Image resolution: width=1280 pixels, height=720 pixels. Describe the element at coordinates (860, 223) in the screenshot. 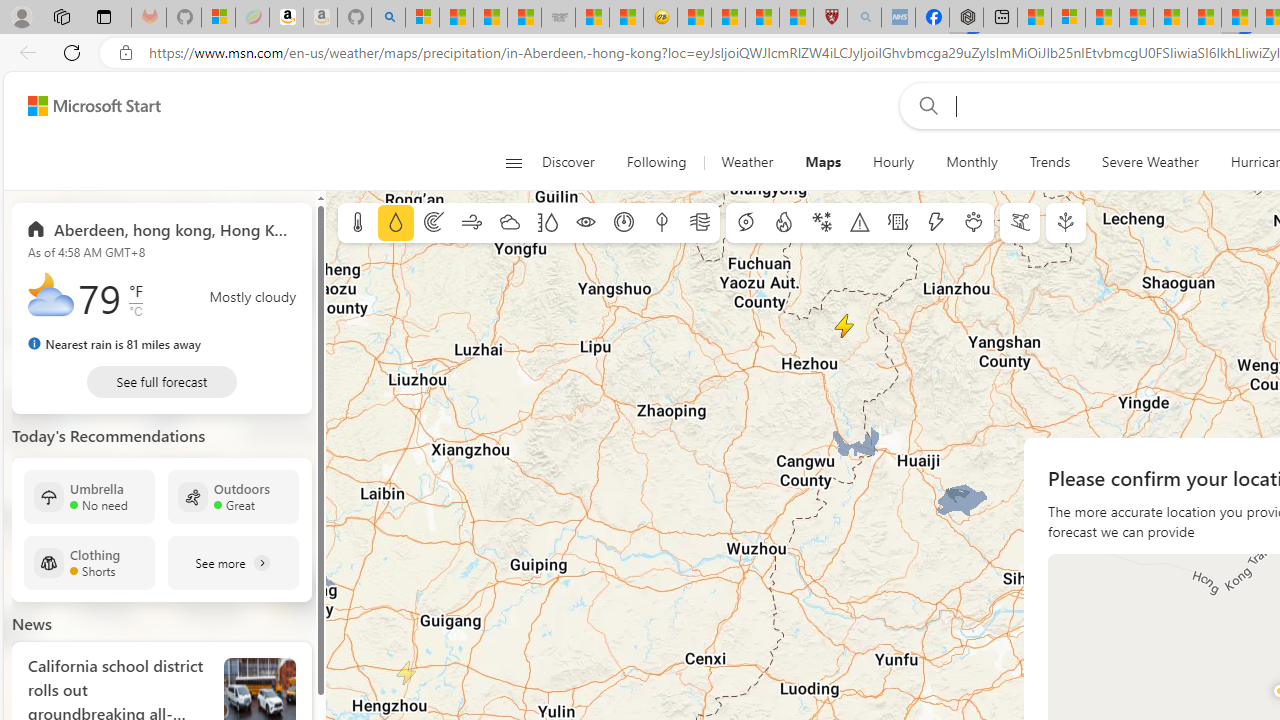

I see `'Severe weather'` at that location.